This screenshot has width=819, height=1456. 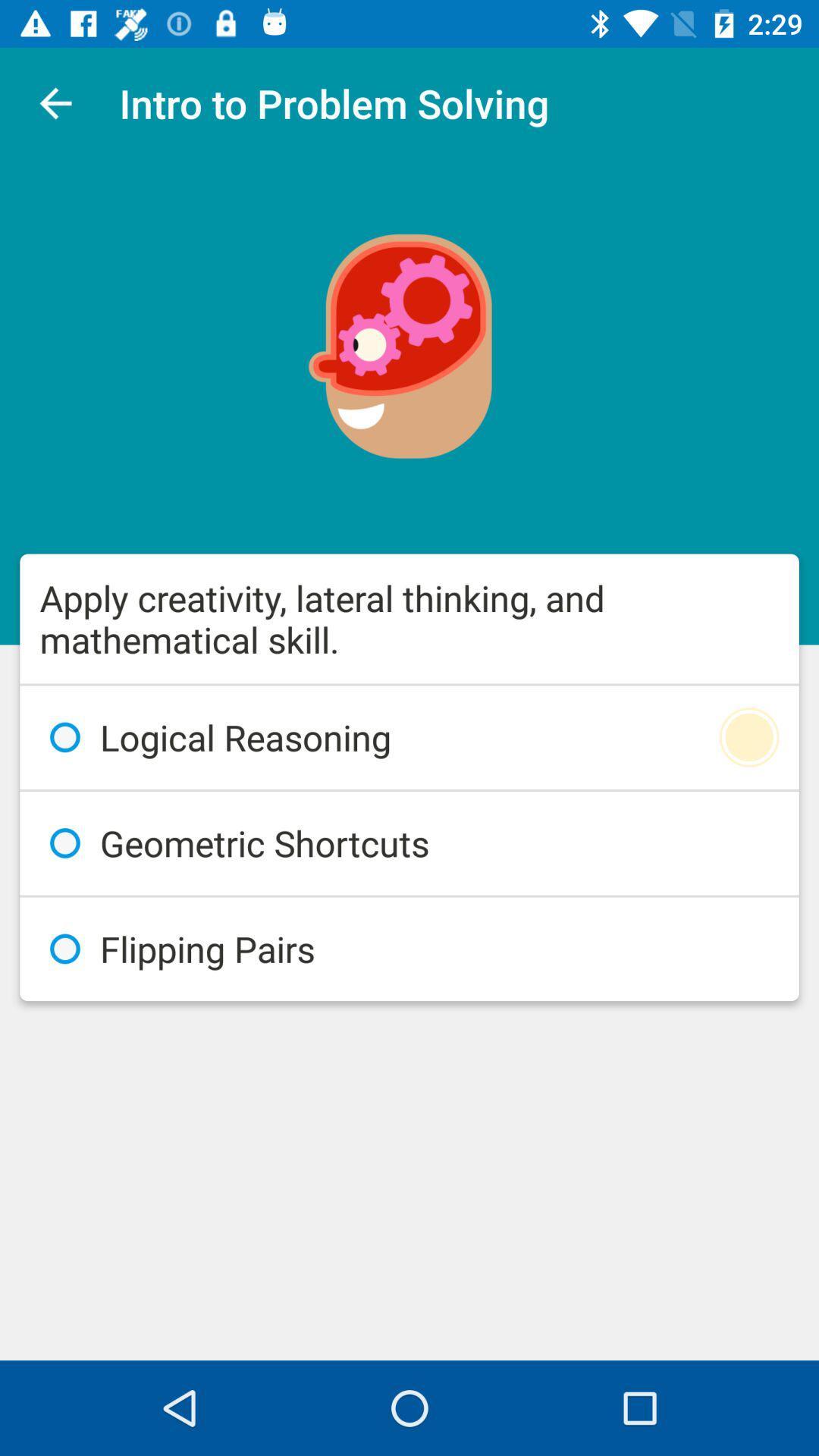 I want to click on flipping pairs item, so click(x=409, y=948).